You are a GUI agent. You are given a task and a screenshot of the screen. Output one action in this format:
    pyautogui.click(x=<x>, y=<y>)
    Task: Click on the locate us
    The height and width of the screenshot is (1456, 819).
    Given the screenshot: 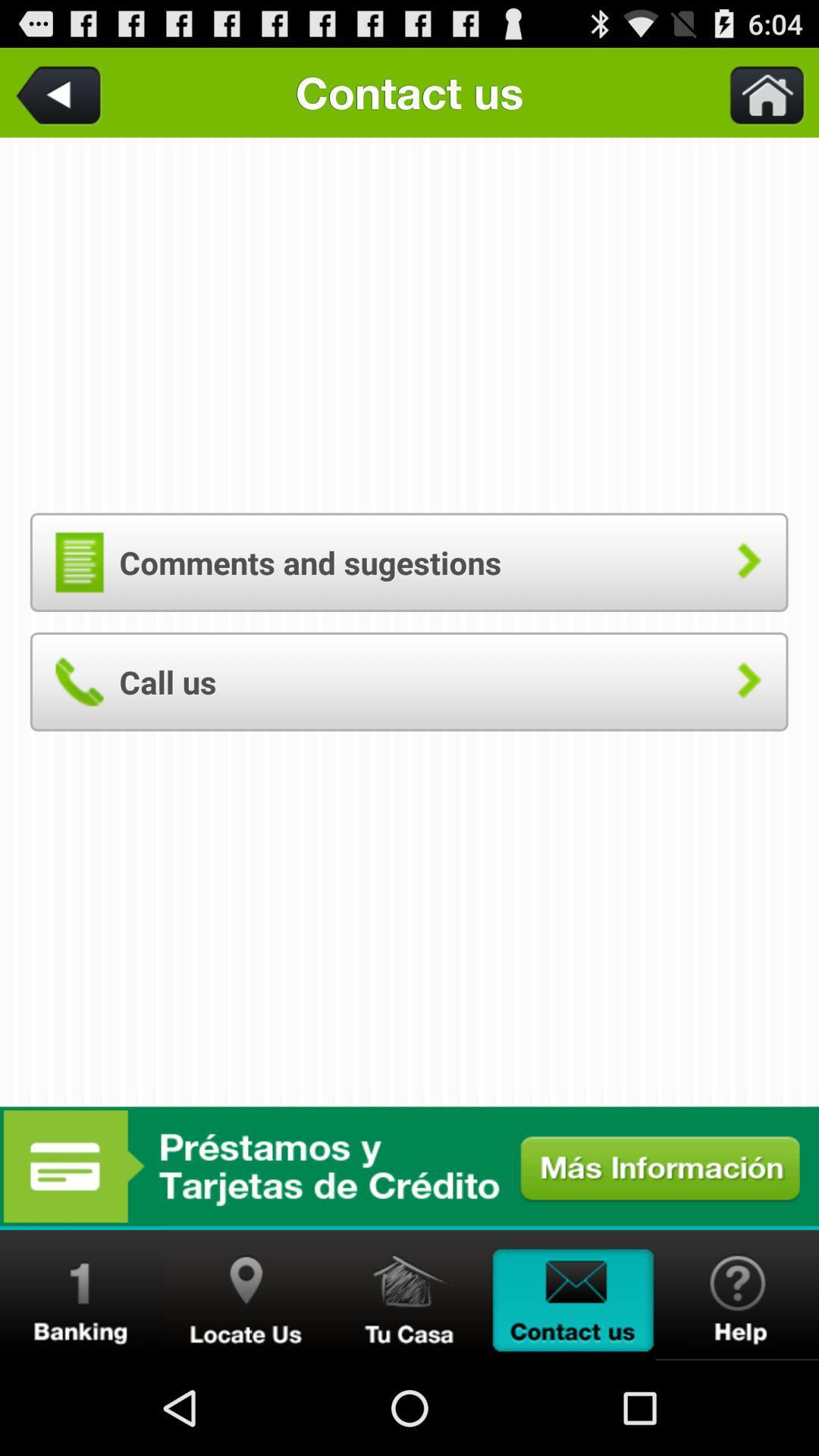 What is the action you would take?
    pyautogui.click(x=245, y=1294)
    